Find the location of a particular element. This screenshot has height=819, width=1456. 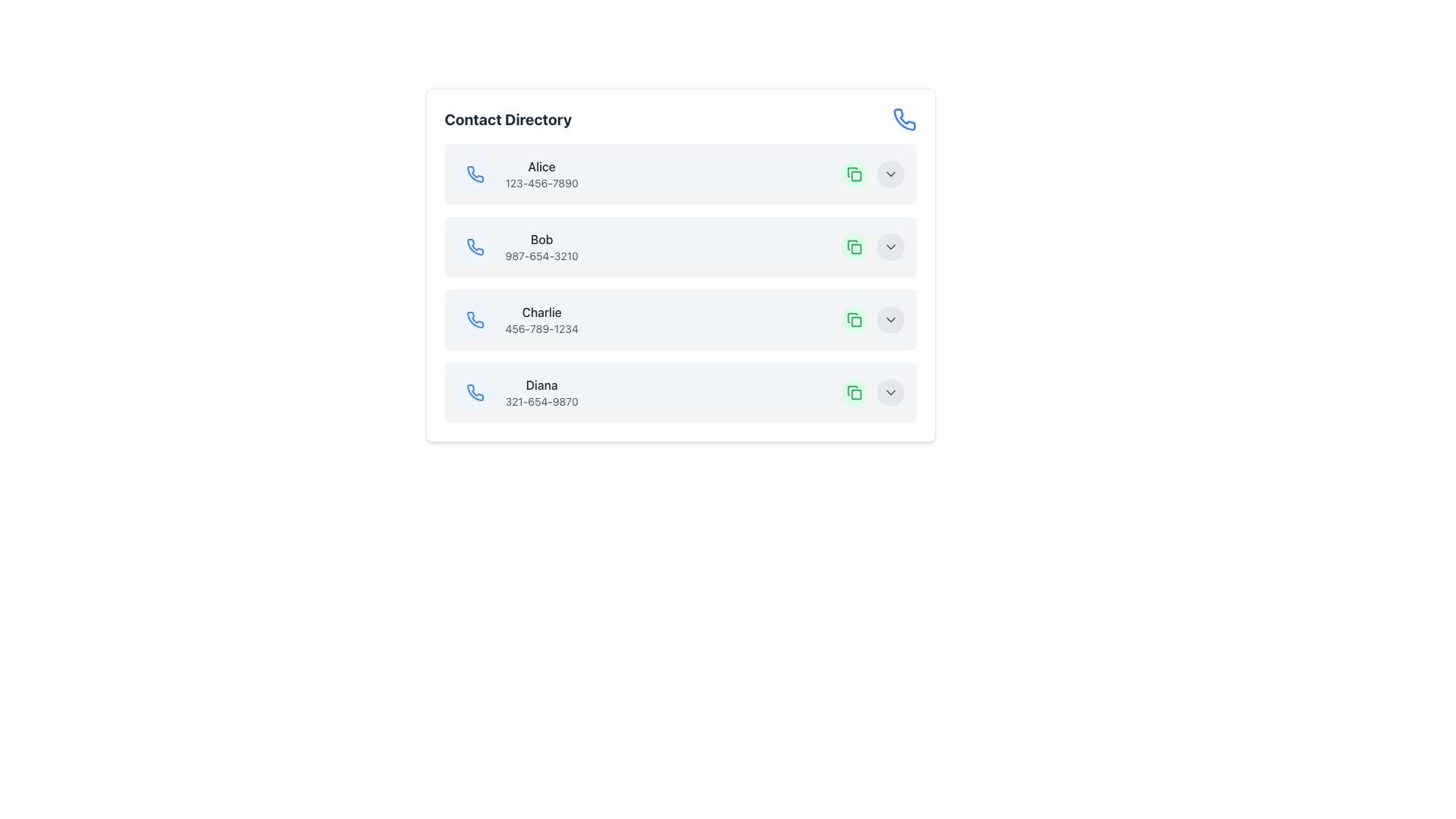

the text label displaying the contact identifier 'Bob' with their associated phone number in the second row of the 'Contact Directory' section to copy the text if functionality allows is located at coordinates (541, 246).